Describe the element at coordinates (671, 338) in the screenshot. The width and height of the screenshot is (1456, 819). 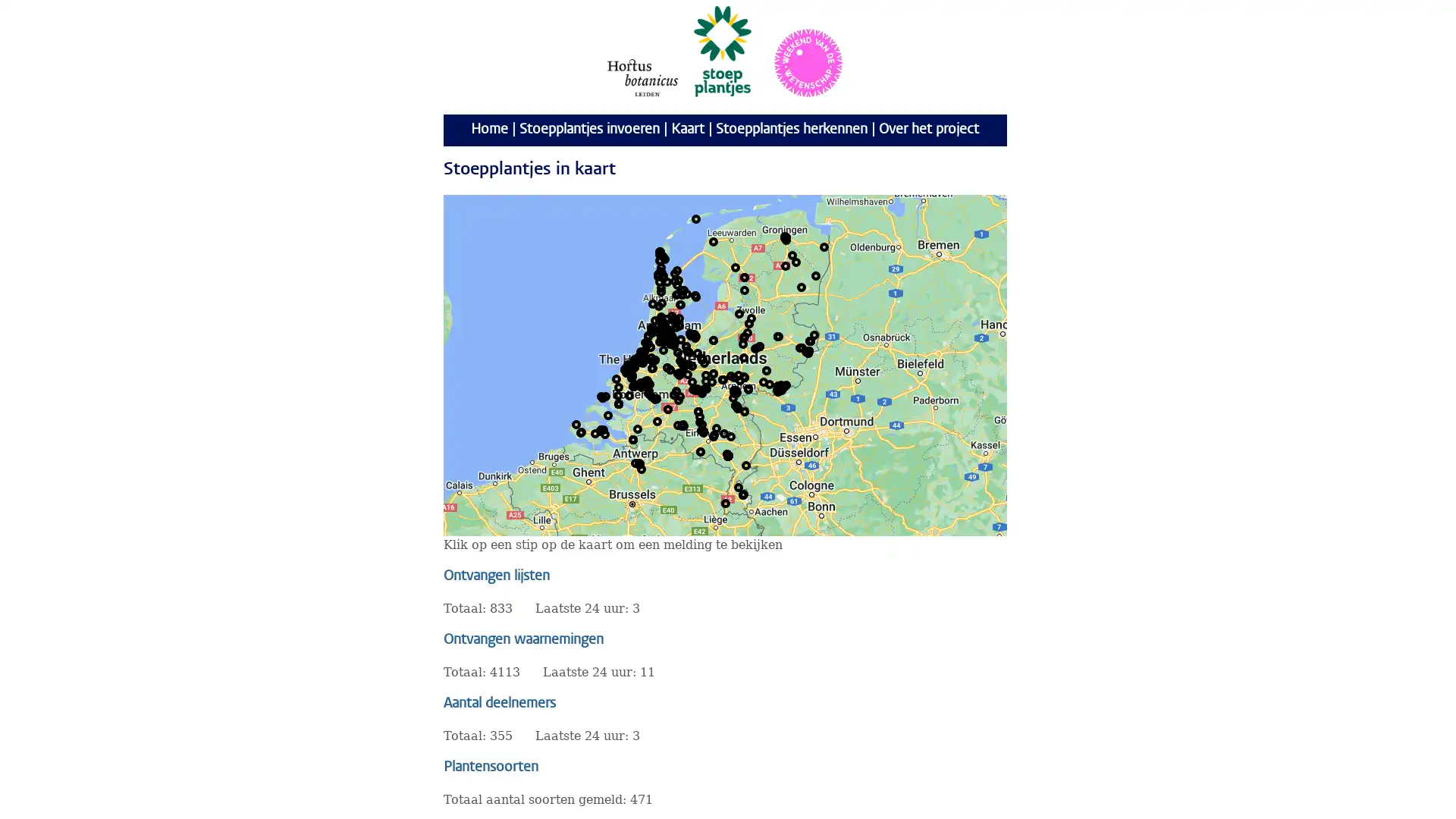
I see `Telling van op 16 oktober 2021` at that location.